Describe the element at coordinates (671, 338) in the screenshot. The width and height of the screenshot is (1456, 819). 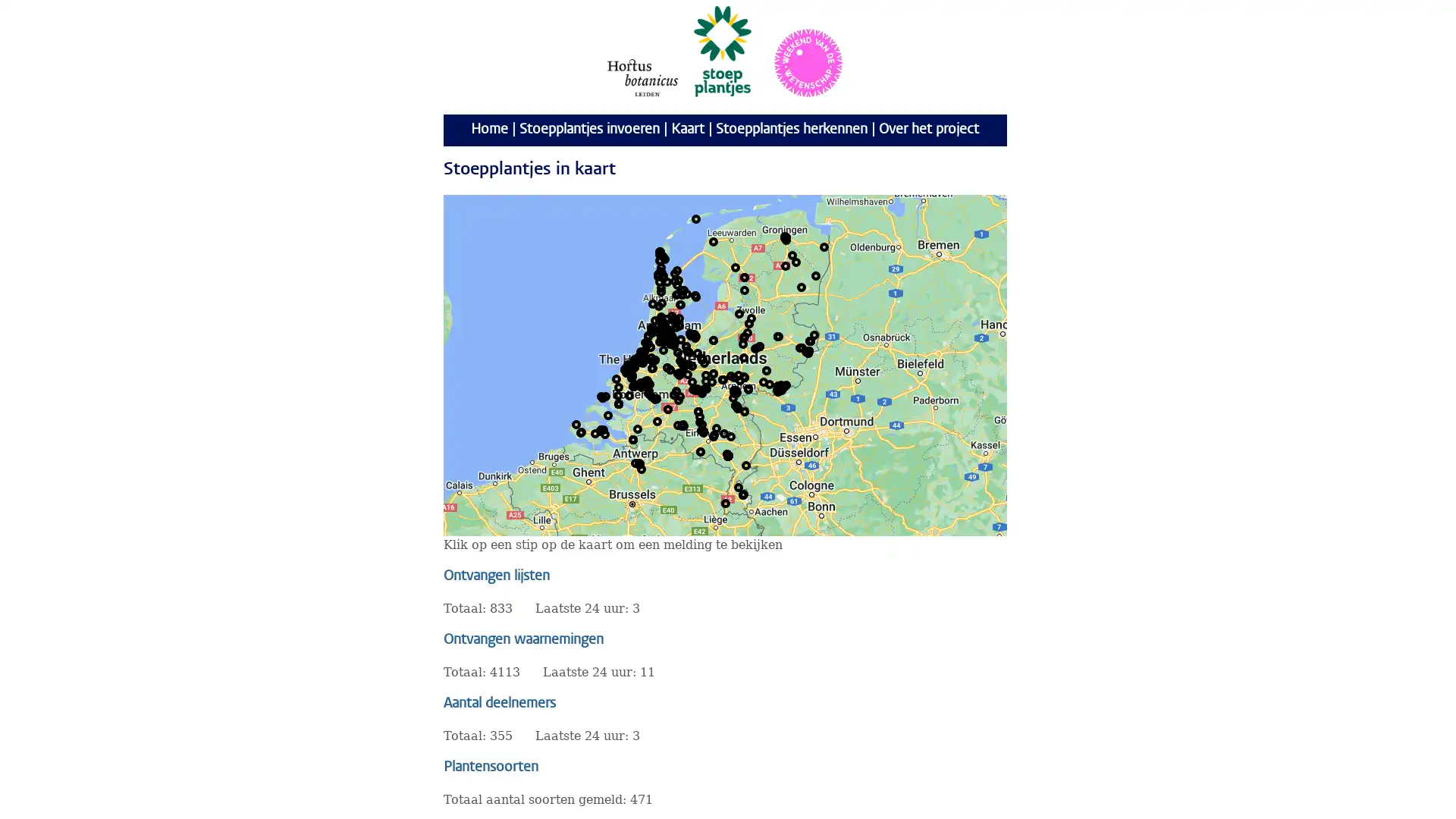
I see `Telling van op 16 oktober 2021` at that location.